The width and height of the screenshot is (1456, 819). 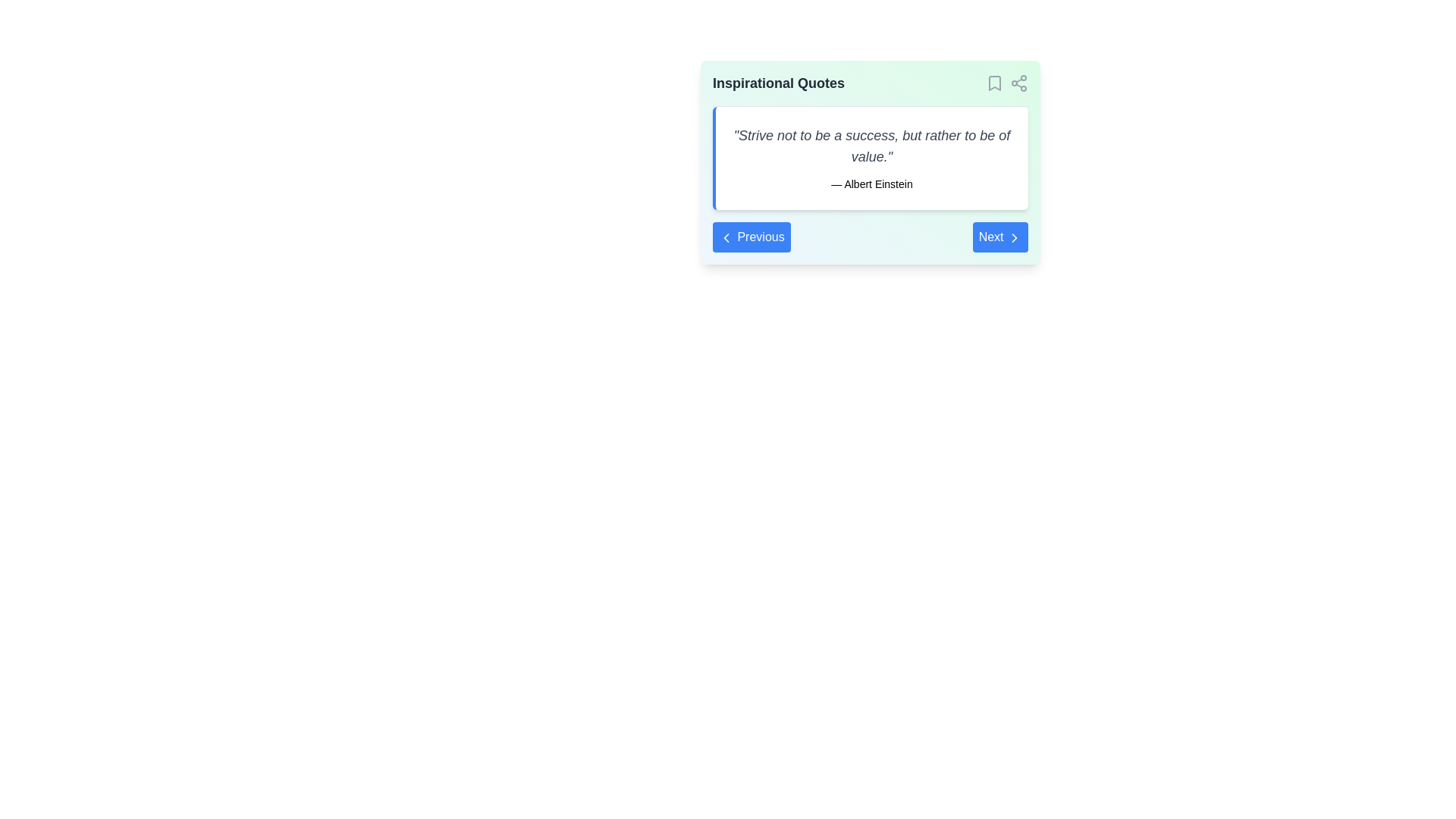 I want to click on the bookmark icon located in the top-right section of the 'Inspirational Quotes' card, so click(x=994, y=83).